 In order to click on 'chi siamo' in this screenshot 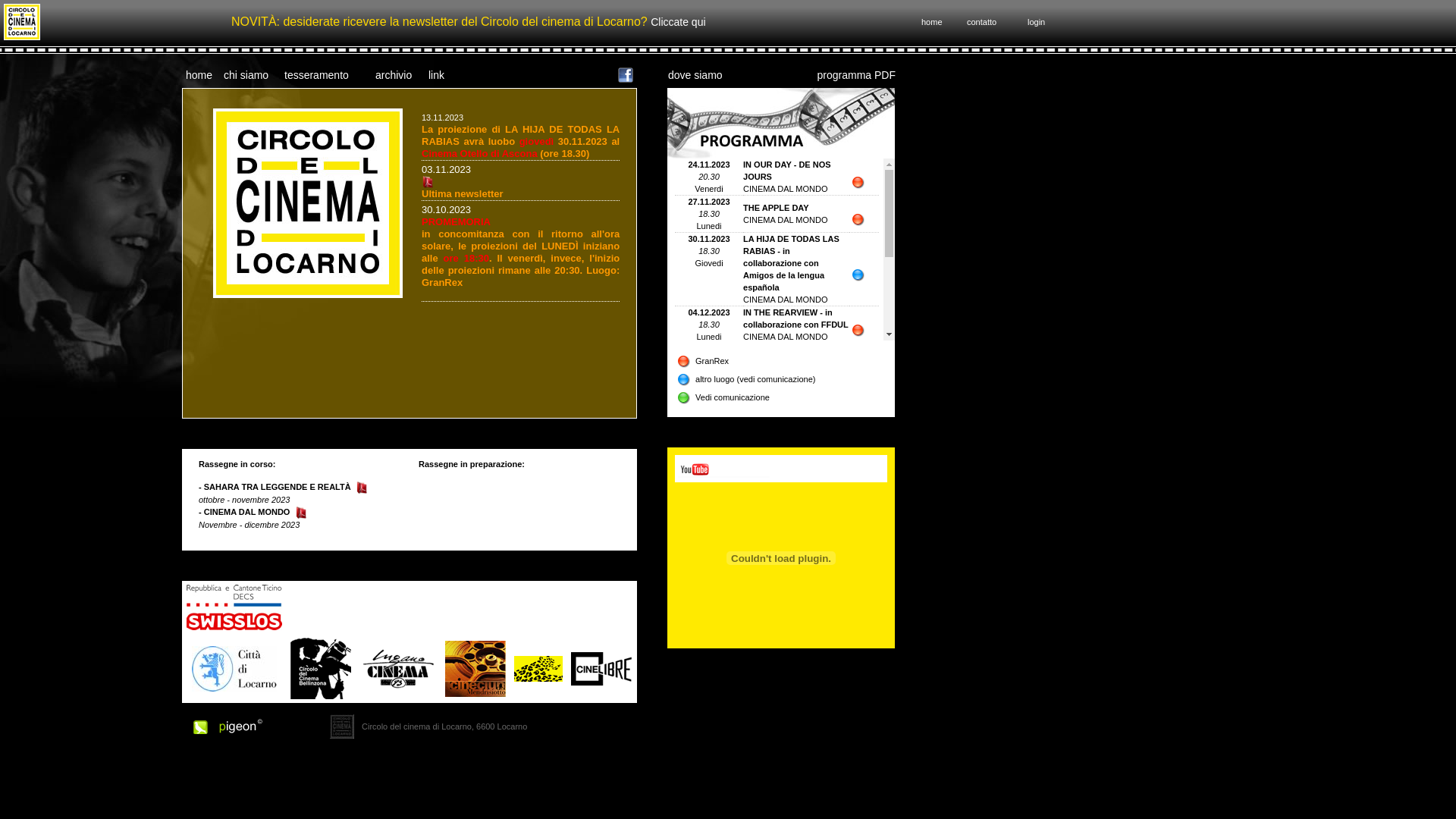, I will do `click(246, 74)`.